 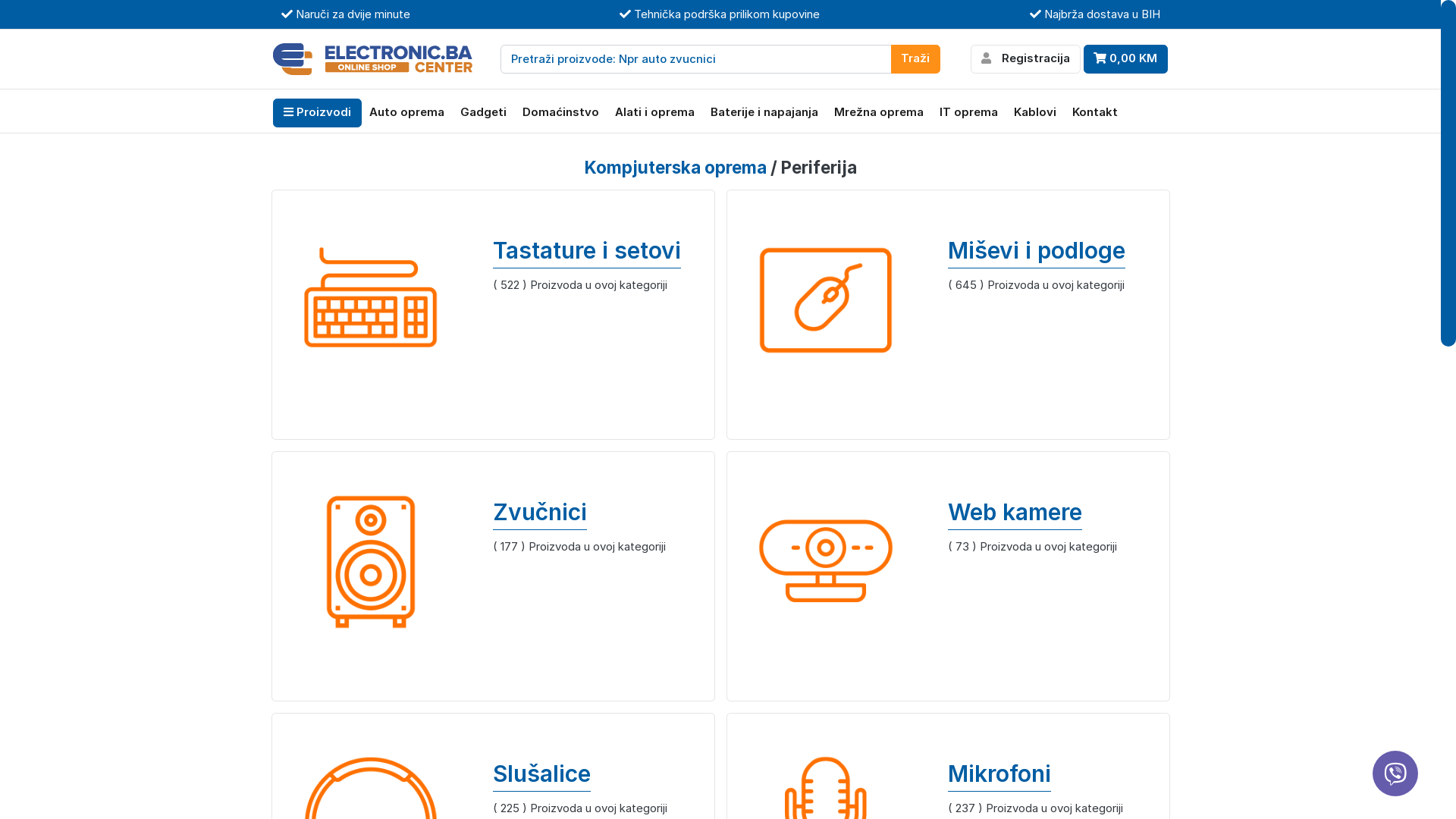 I want to click on 'Proizvodi', so click(x=316, y=112).